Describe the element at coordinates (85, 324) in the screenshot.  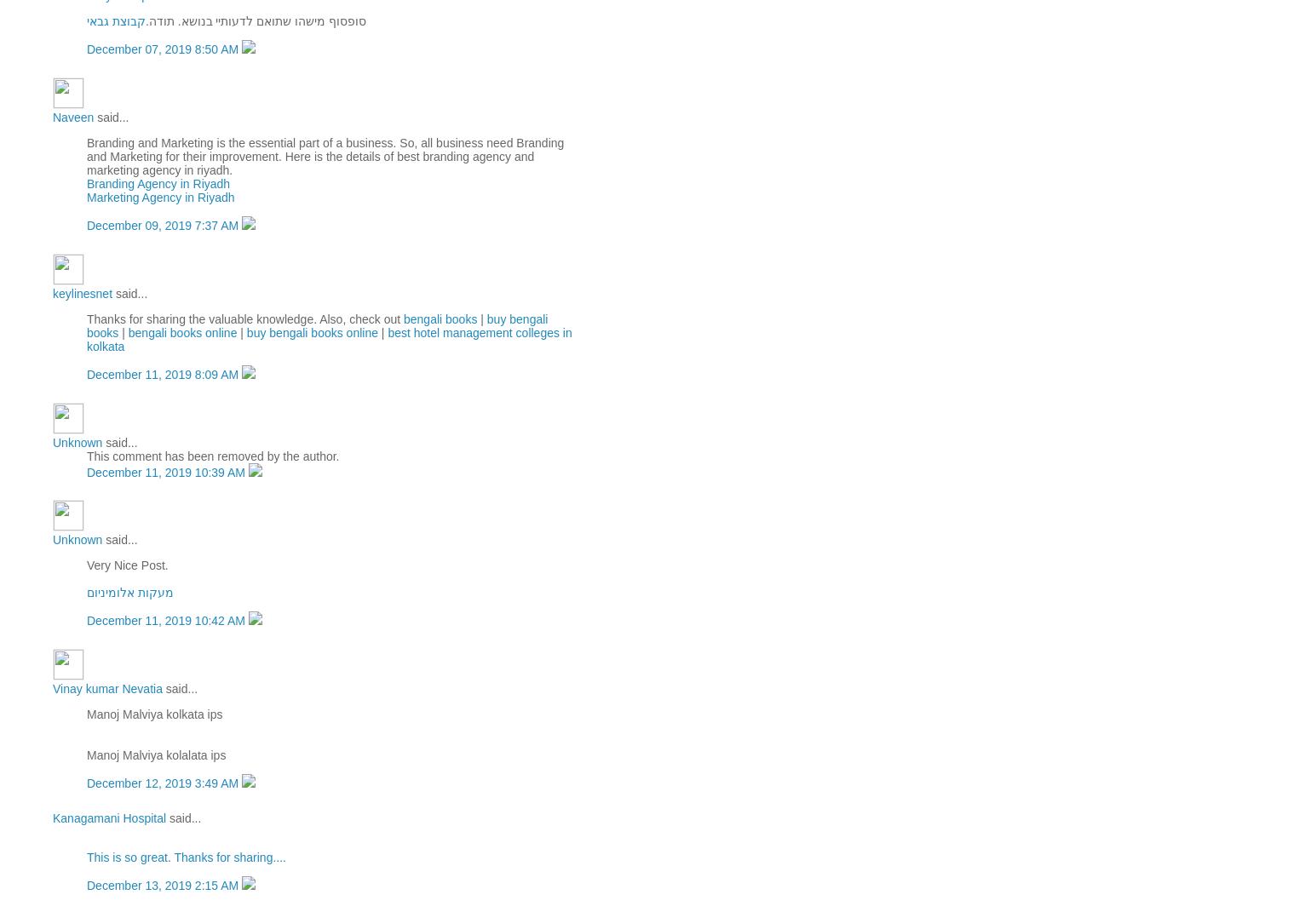
I see `'buy bengali books'` at that location.